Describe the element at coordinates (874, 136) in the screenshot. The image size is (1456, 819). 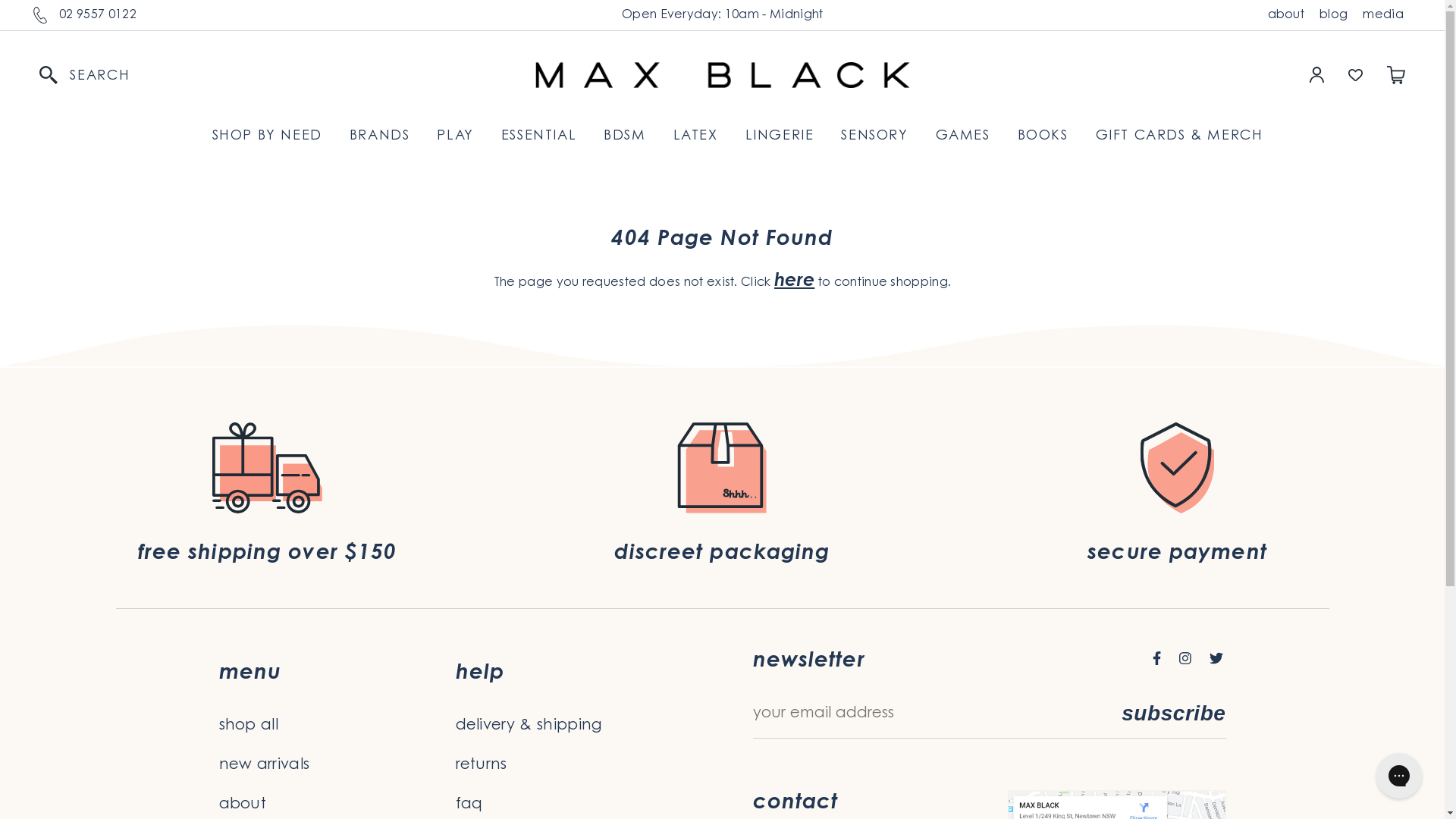
I see `'SENSORY'` at that location.